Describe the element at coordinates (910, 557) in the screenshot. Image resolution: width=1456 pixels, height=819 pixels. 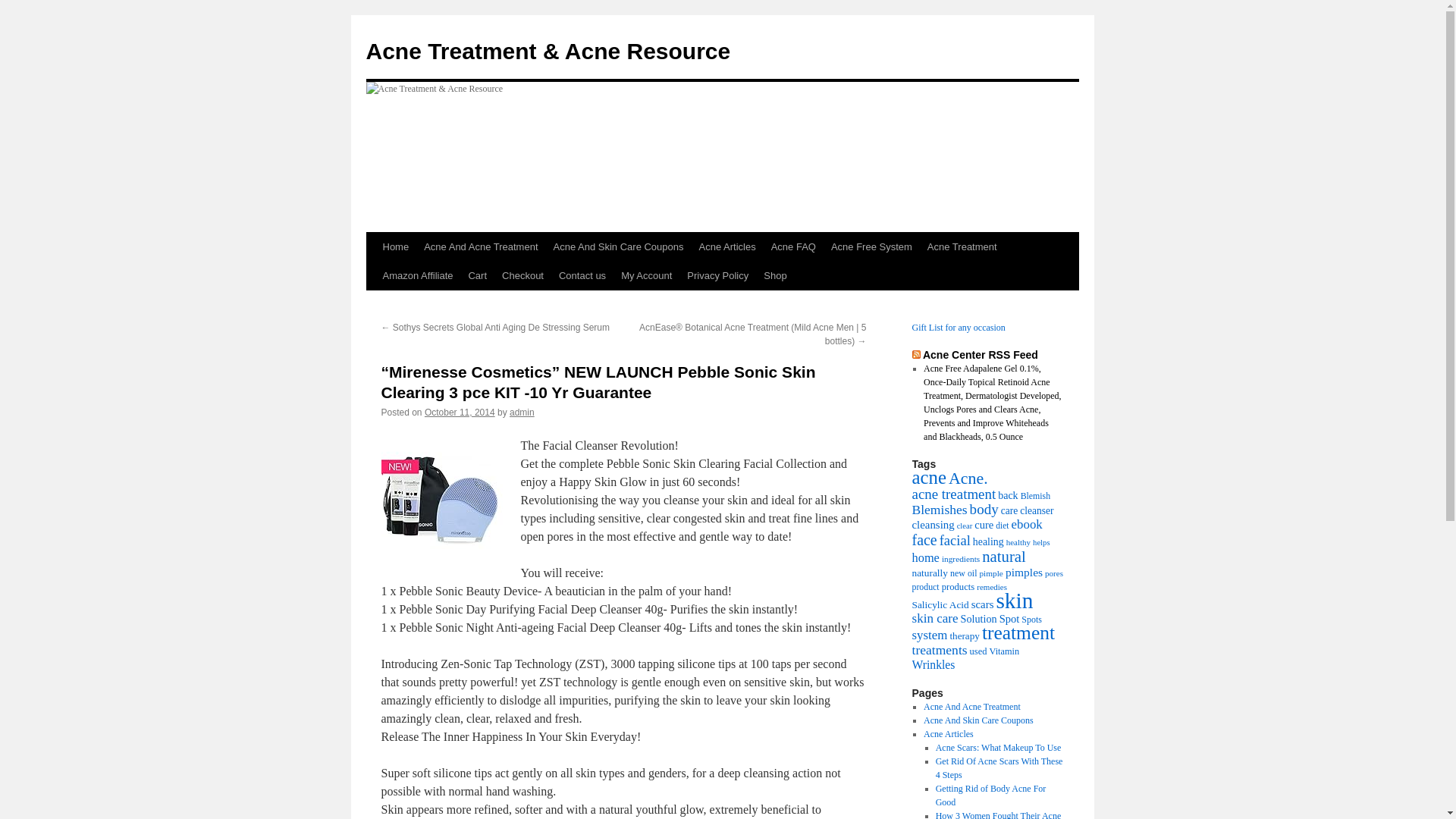
I see `'home'` at that location.